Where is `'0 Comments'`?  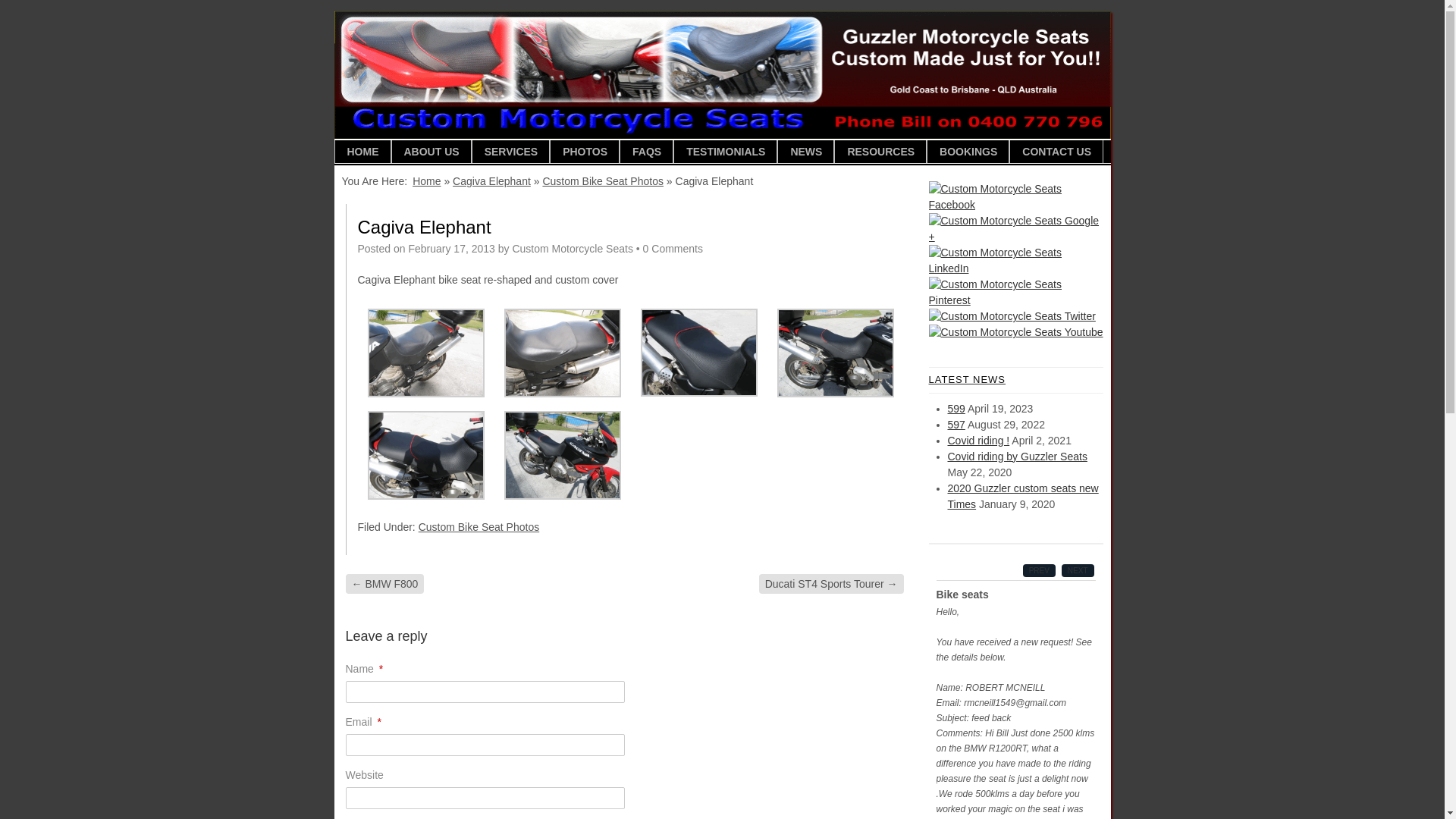 '0 Comments' is located at coordinates (672, 247).